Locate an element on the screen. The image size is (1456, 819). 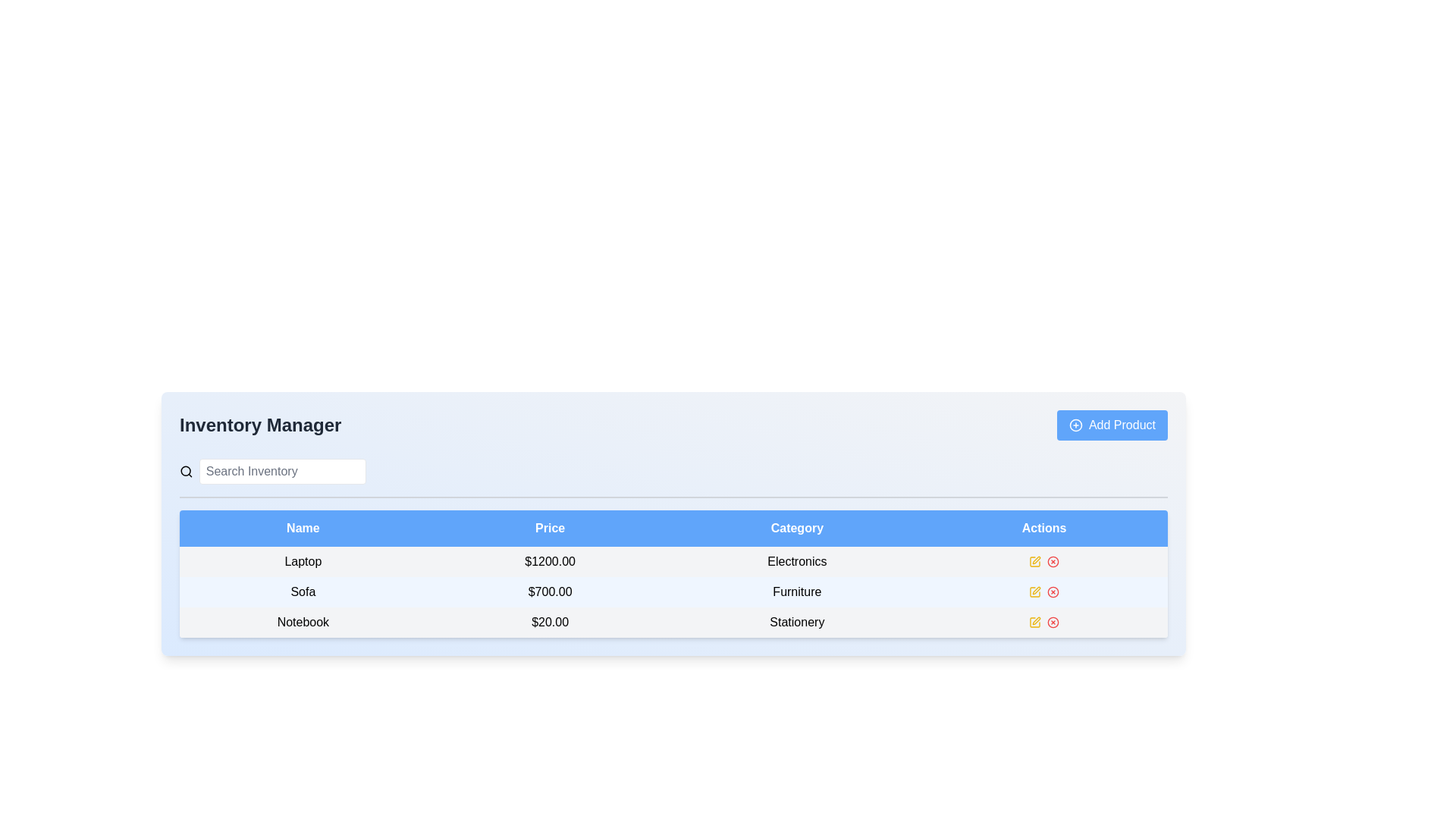
the 'Category' text label, which is displayed in white on a light blue background, positioned between 'Price' and 'Actions' in the header row of a table is located at coordinates (796, 528).